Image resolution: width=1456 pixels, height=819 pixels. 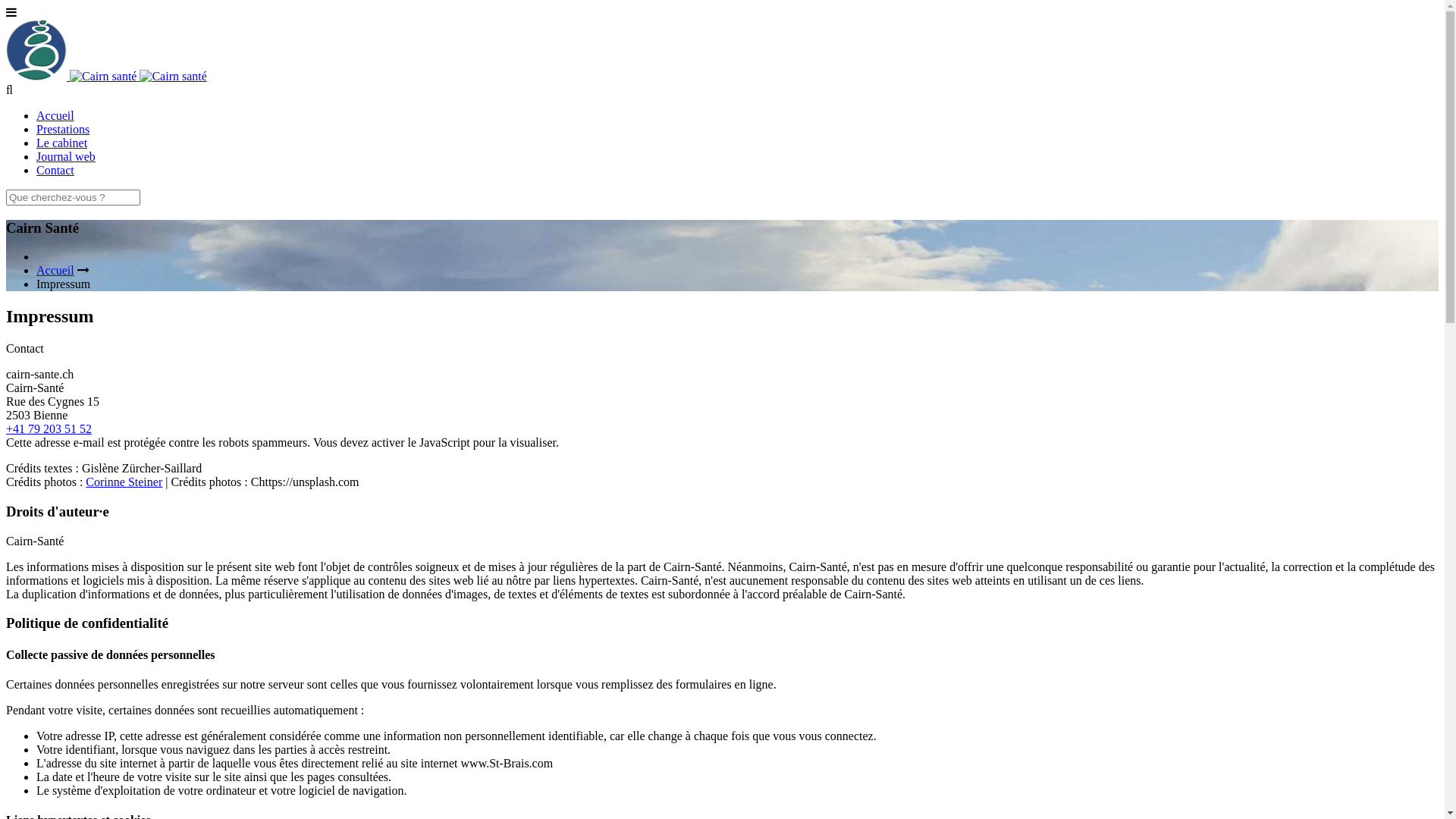 I want to click on 'Accueil', so click(x=55, y=269).